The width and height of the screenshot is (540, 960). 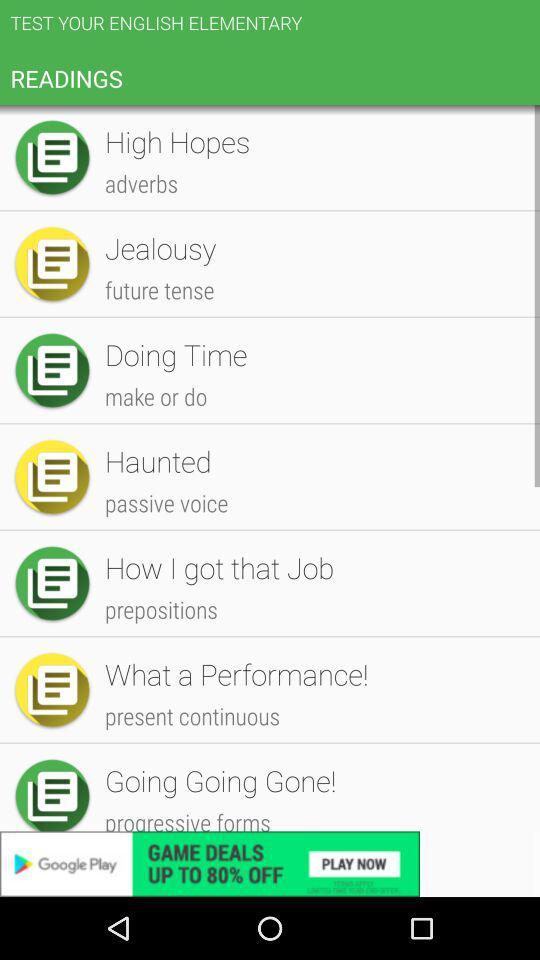 What do you see at coordinates (312, 545) in the screenshot?
I see `the millionaire` at bounding box center [312, 545].